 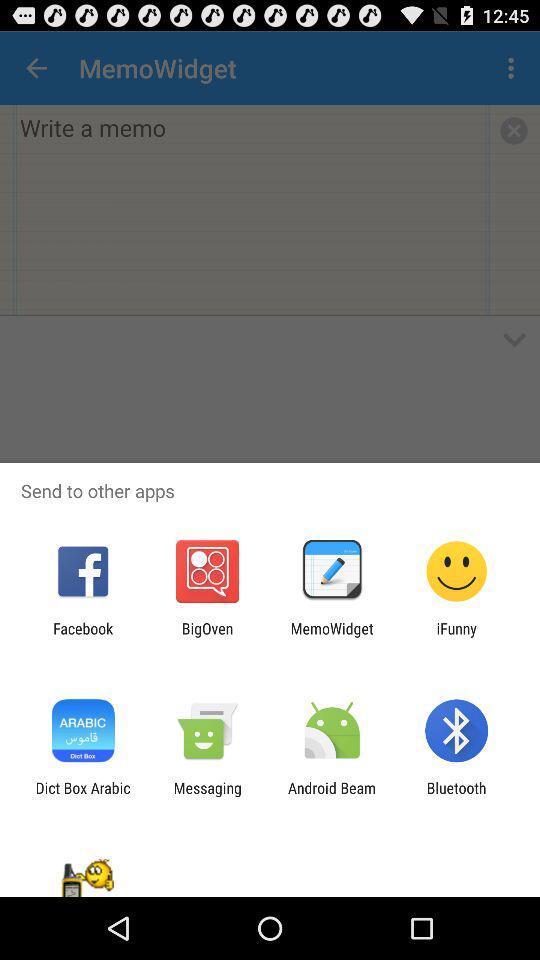 What do you see at coordinates (206, 636) in the screenshot?
I see `app to the right of facebook icon` at bounding box center [206, 636].